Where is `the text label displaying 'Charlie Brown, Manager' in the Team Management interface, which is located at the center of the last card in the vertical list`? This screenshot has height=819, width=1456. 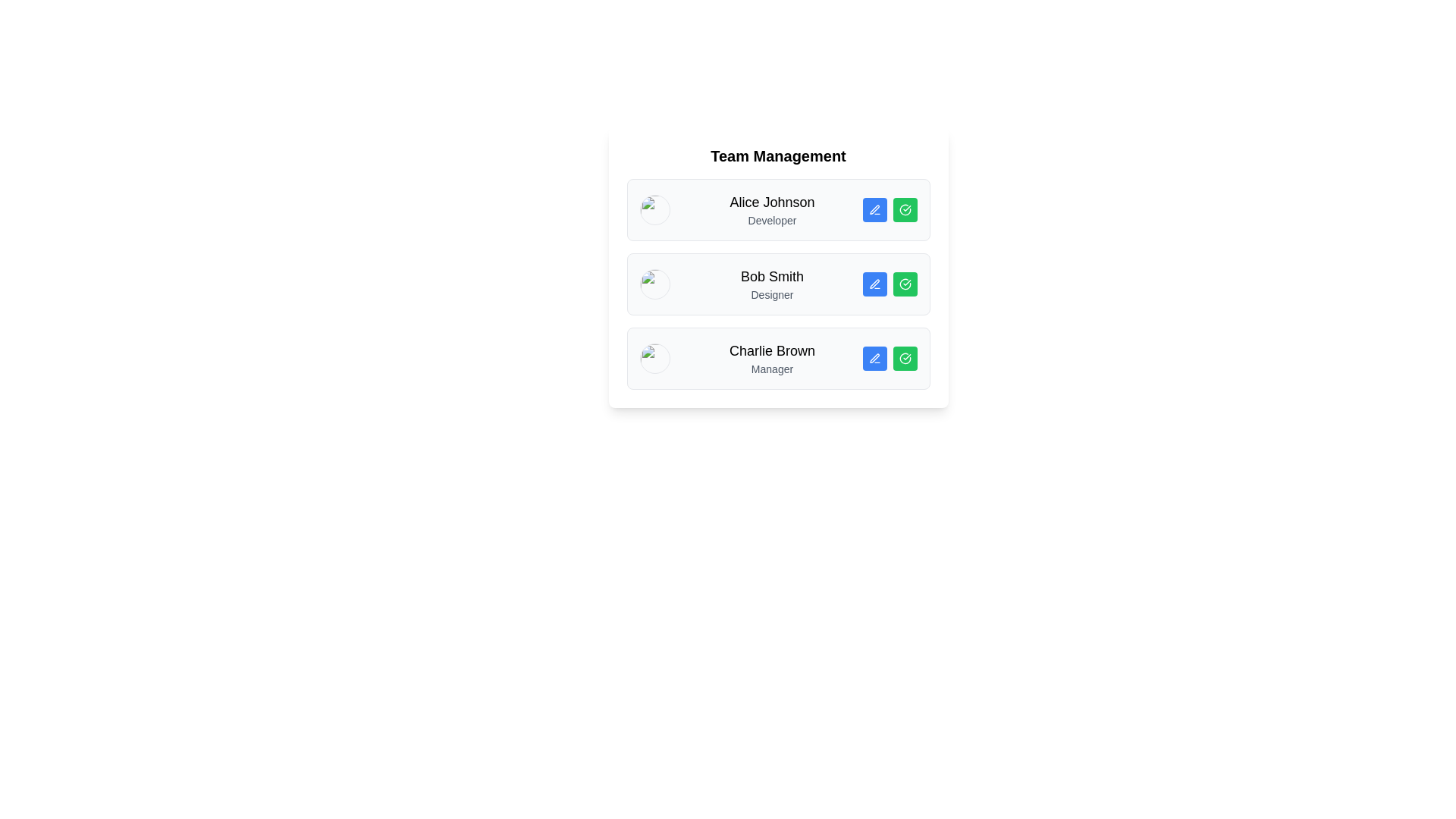 the text label displaying 'Charlie Brown, Manager' in the Team Management interface, which is located at the center of the last card in the vertical list is located at coordinates (772, 359).